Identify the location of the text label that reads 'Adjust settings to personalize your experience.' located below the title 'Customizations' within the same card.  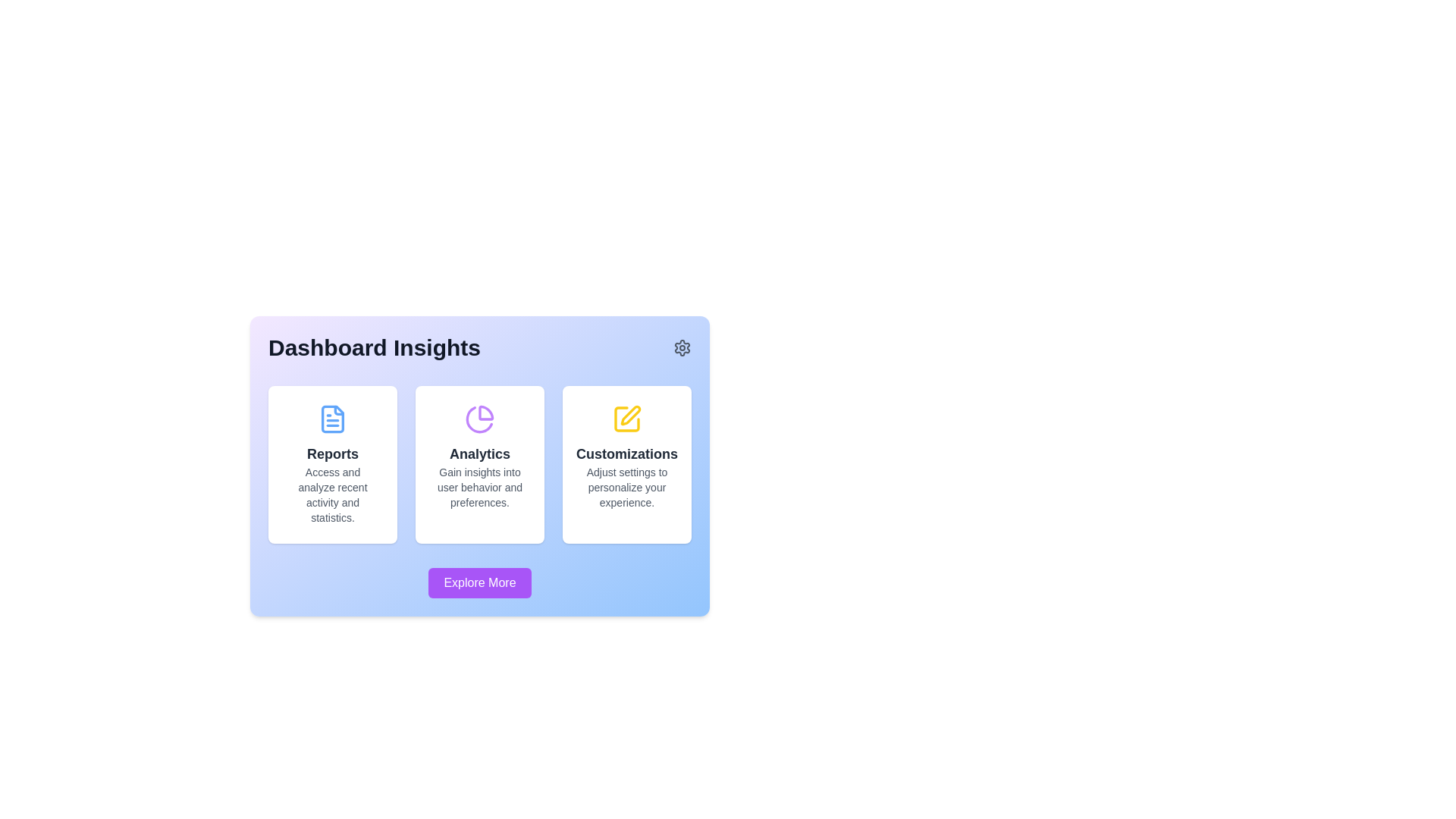
(626, 488).